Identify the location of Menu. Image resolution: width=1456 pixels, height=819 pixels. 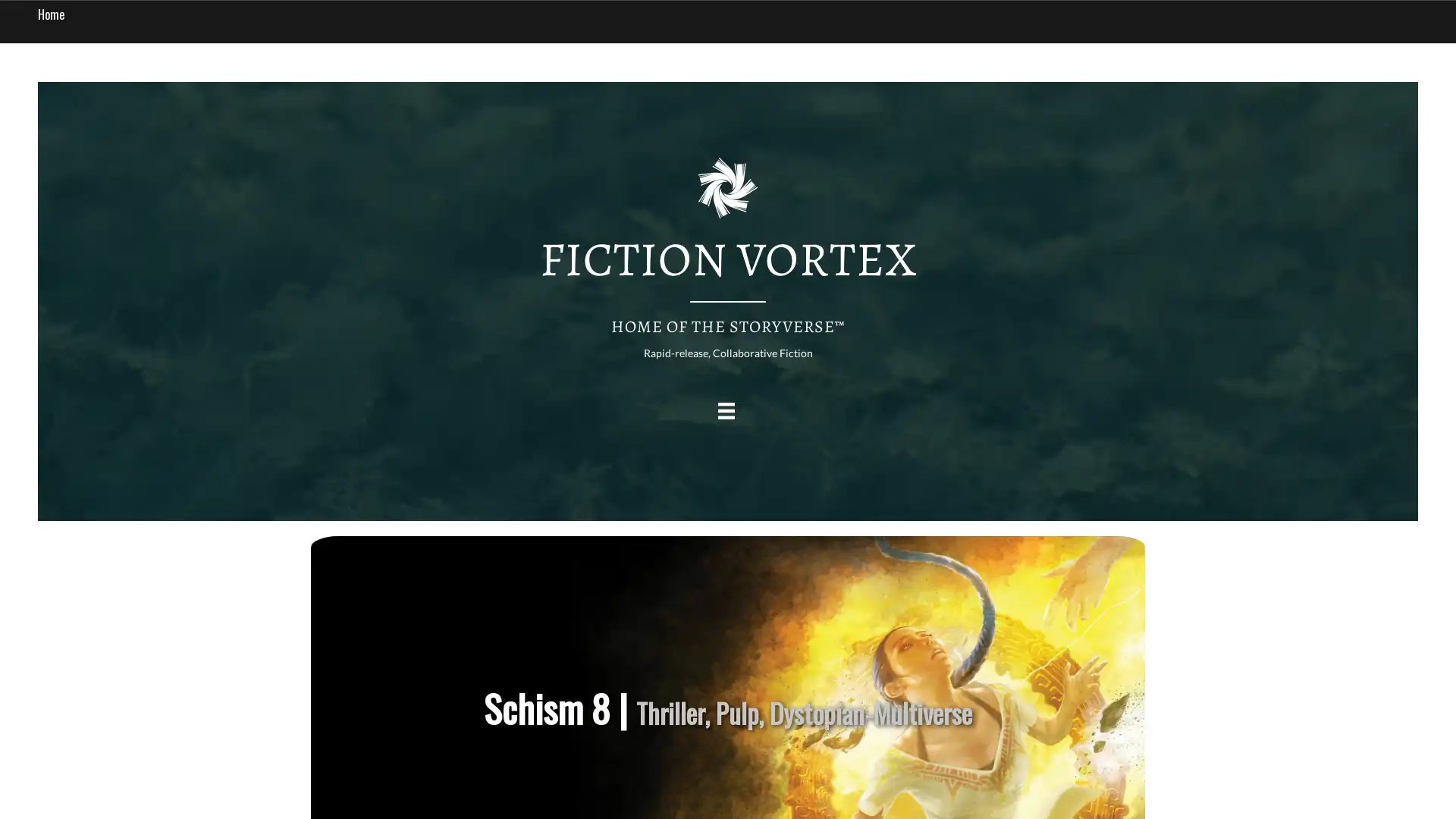
(725, 410).